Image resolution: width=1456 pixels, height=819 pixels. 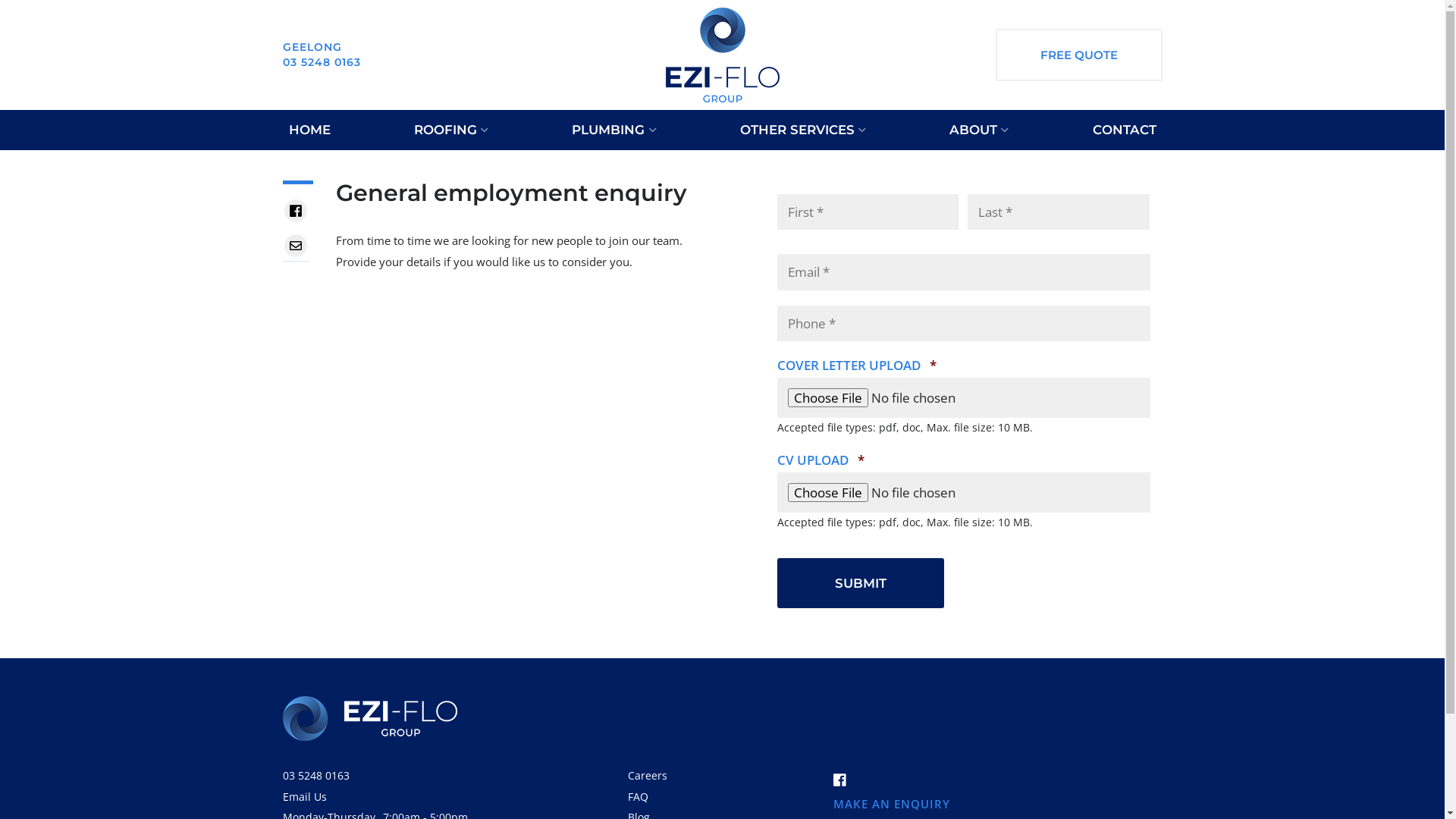 I want to click on 'CONTACT', so click(x=1124, y=129).